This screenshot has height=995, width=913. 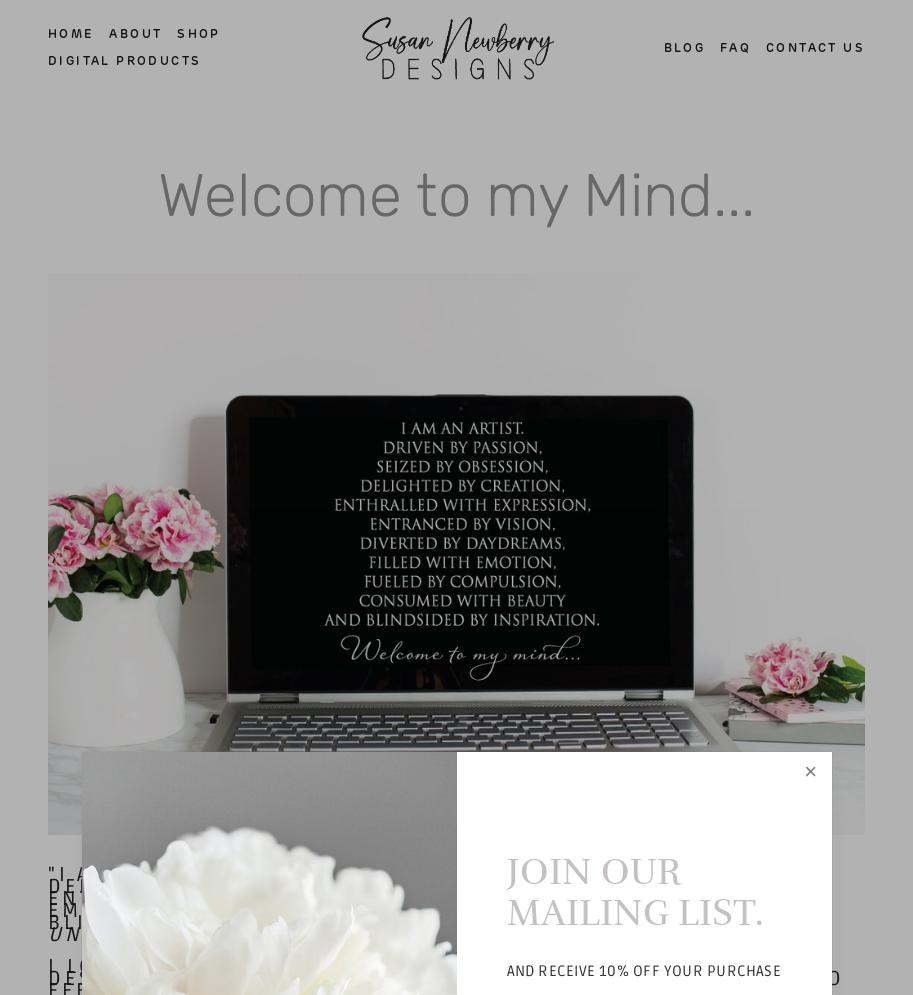 I want to click on 'SHOP', so click(x=198, y=33).